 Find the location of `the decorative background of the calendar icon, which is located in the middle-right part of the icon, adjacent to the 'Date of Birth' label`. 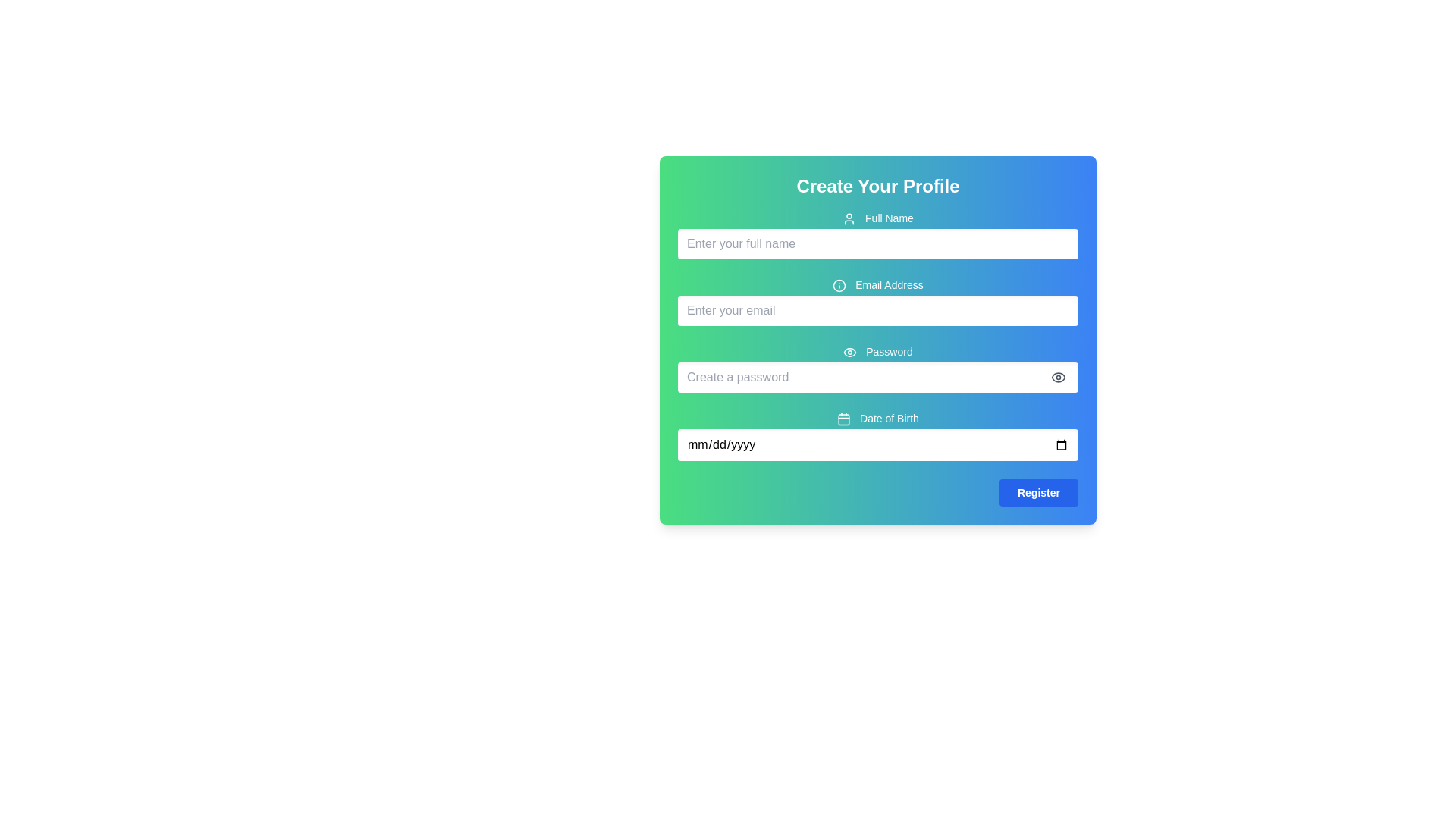

the decorative background of the calendar icon, which is located in the middle-right part of the icon, adjacent to the 'Date of Birth' label is located at coordinates (843, 419).